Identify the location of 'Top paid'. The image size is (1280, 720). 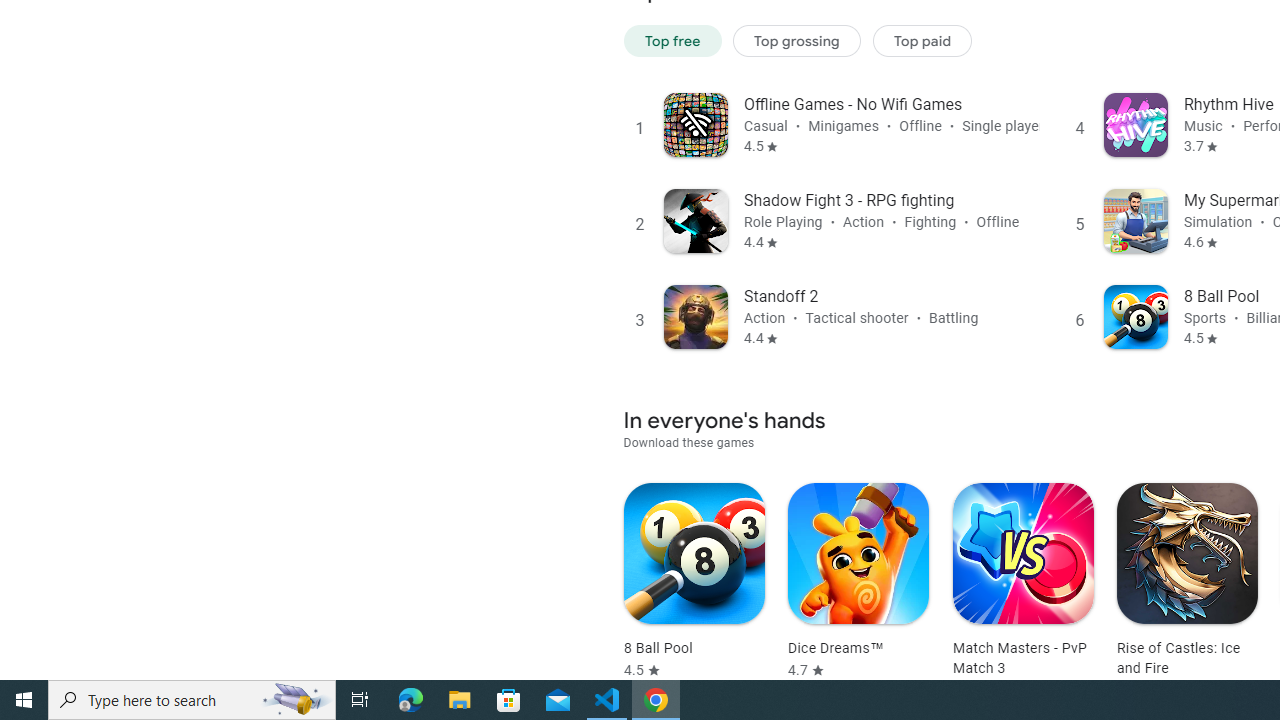
(921, 40).